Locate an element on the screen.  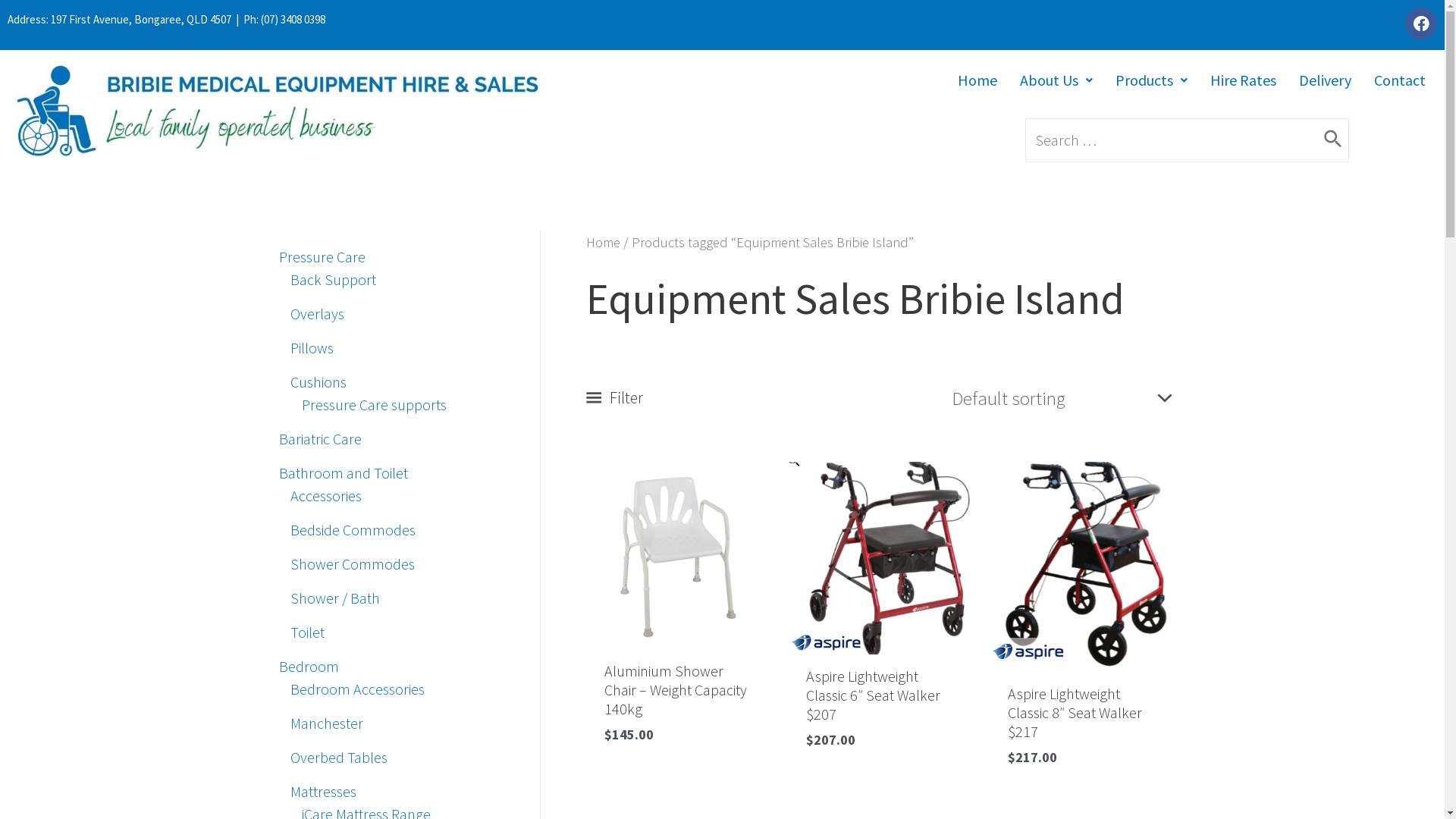
'Manchester' is located at coordinates (325, 722).